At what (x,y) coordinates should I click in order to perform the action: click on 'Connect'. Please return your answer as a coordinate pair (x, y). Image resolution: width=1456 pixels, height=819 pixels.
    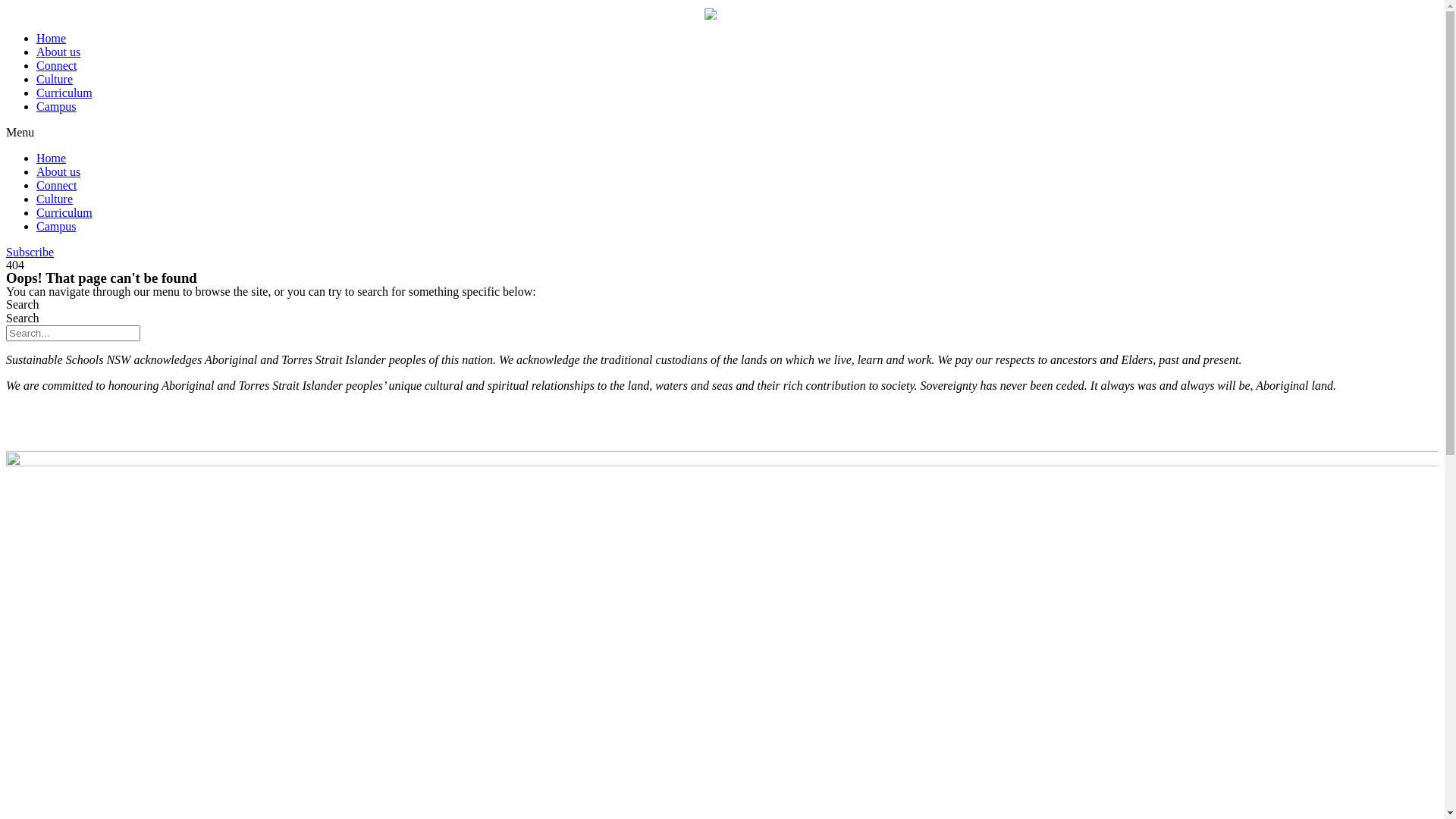
    Looking at the image, I should click on (56, 64).